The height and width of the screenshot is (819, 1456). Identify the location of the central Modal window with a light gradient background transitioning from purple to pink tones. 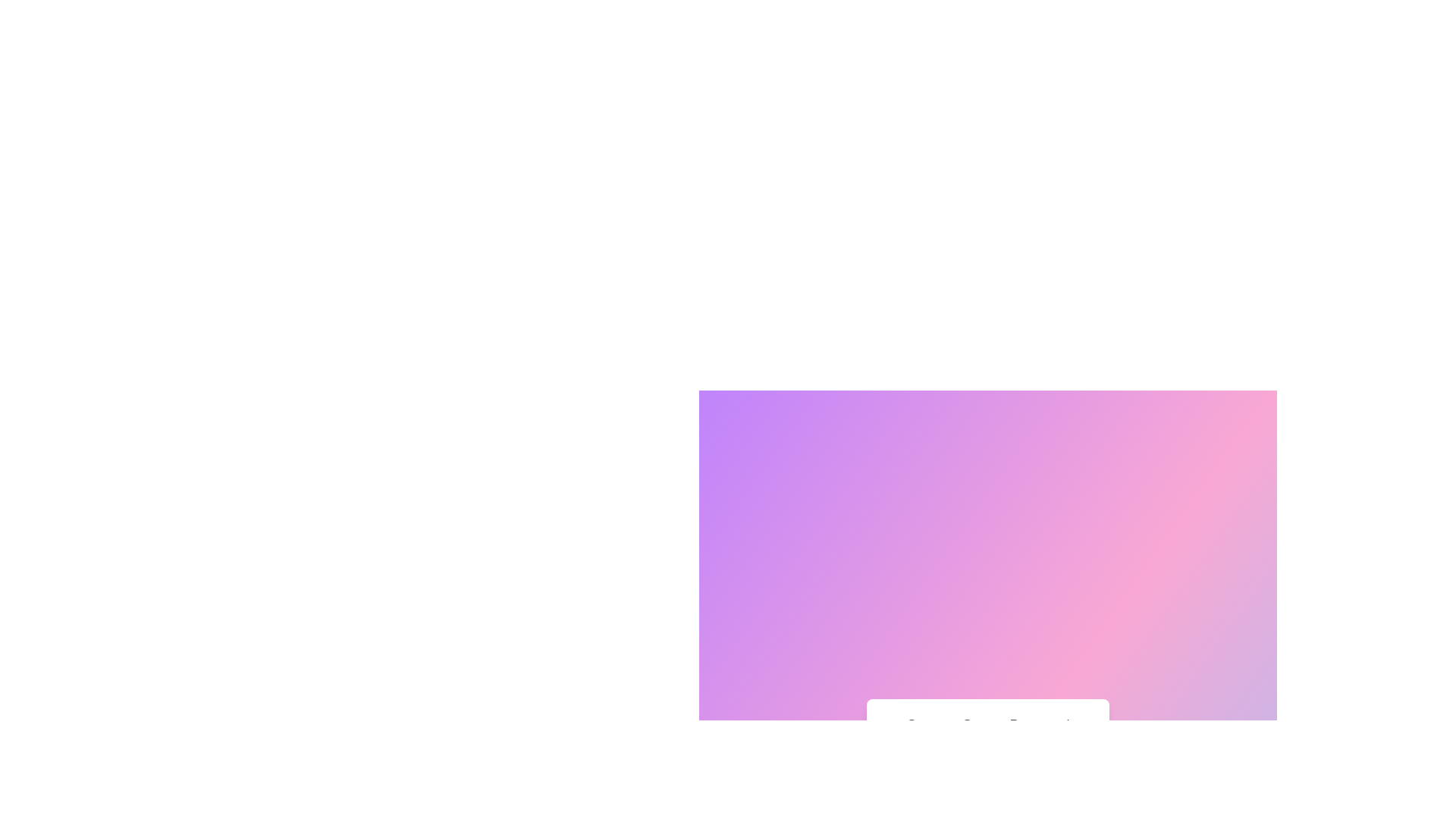
(987, 546).